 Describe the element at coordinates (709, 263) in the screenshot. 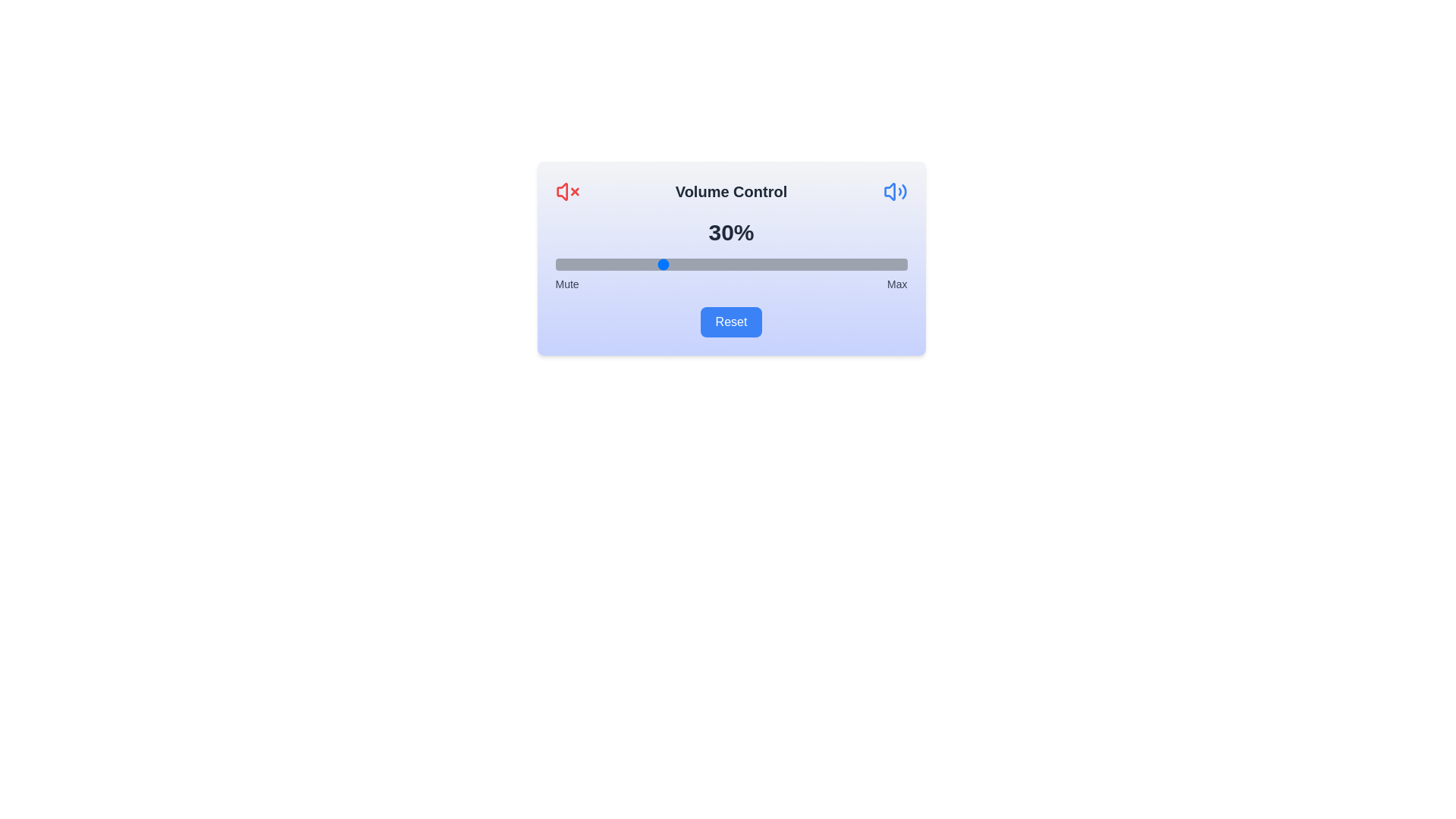

I see `the volume slider to a specific percentage, 44` at that location.